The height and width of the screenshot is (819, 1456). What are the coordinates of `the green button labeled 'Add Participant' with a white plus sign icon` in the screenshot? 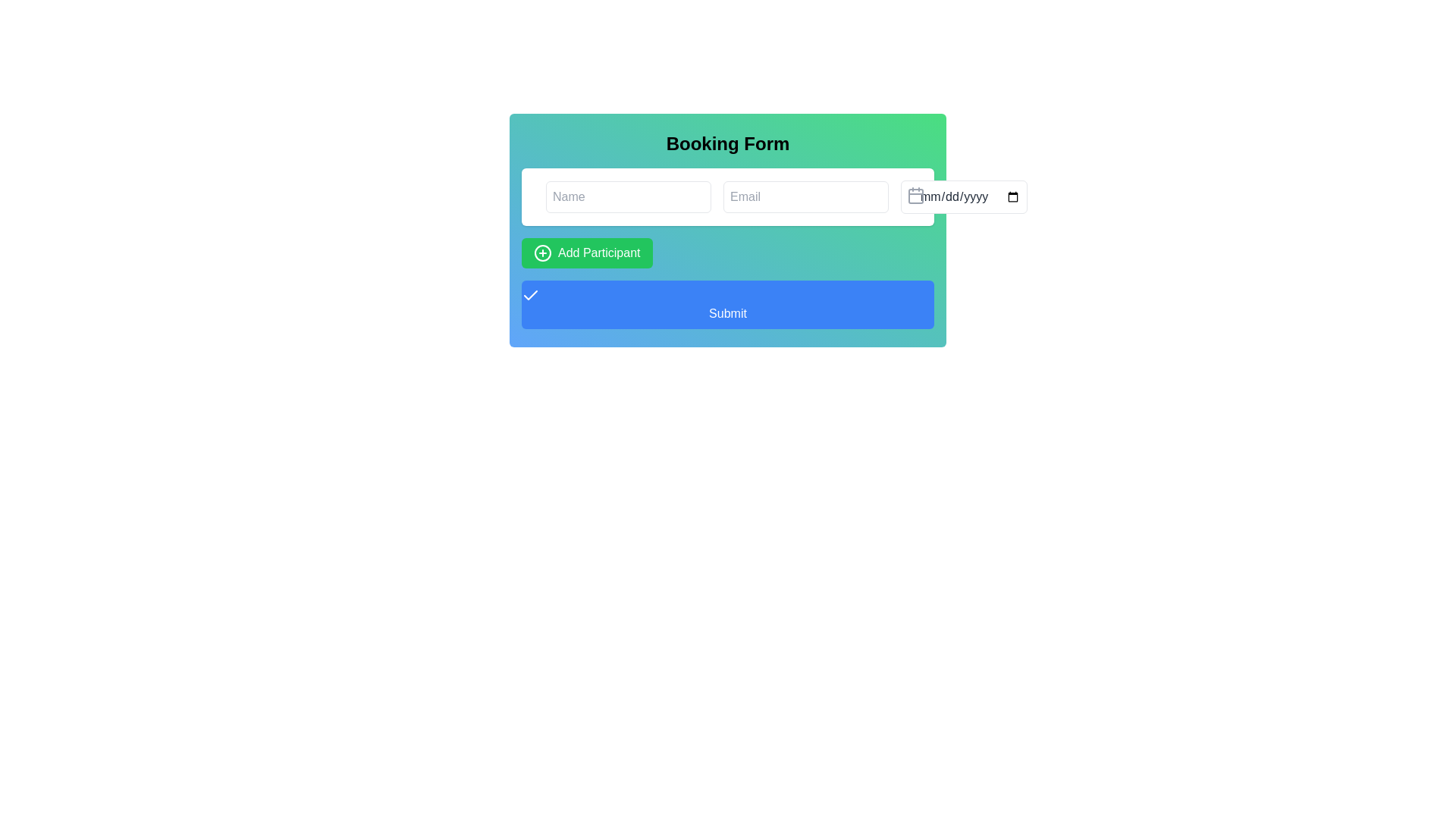 It's located at (586, 253).